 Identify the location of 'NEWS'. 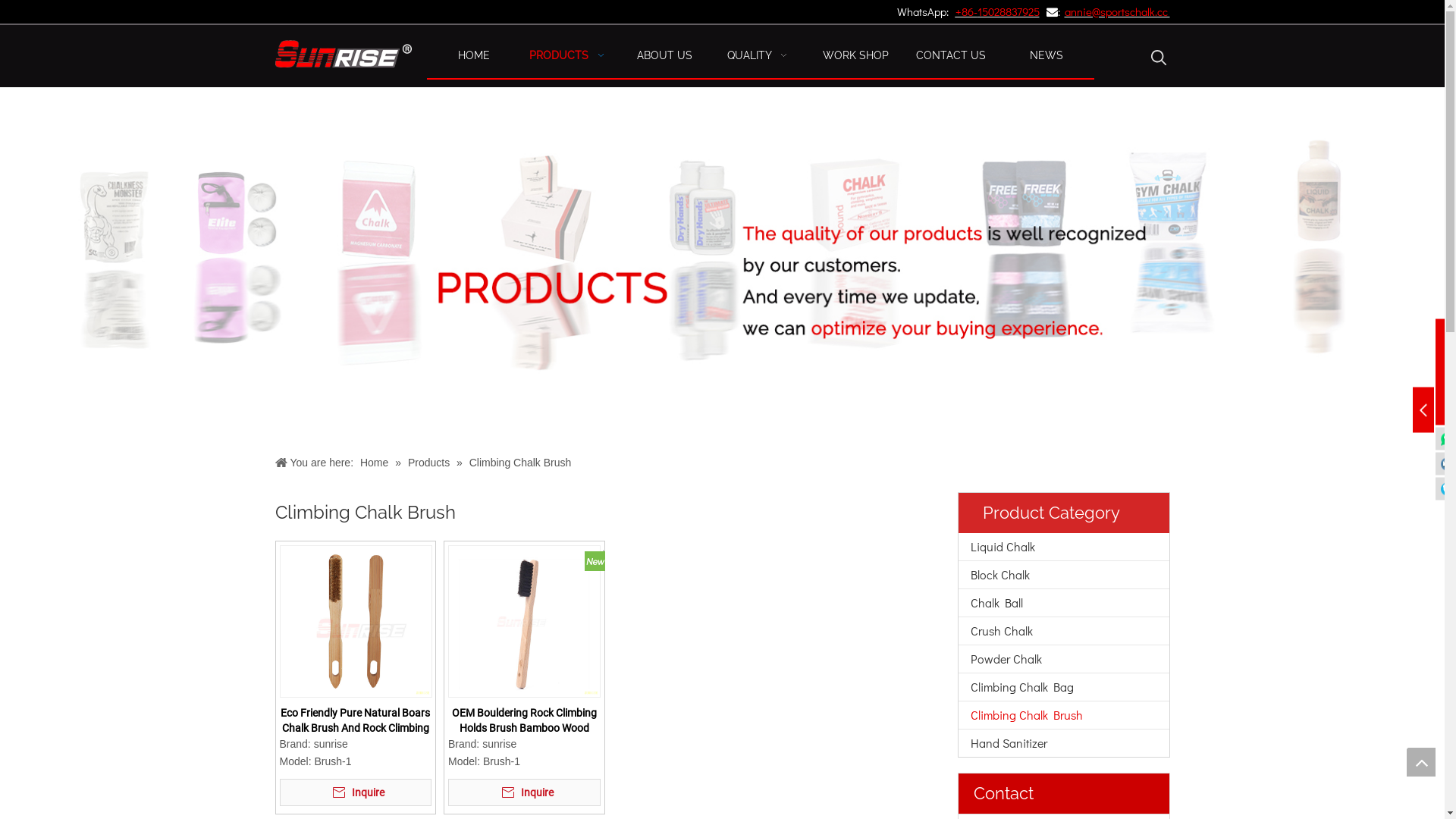
(1046, 55).